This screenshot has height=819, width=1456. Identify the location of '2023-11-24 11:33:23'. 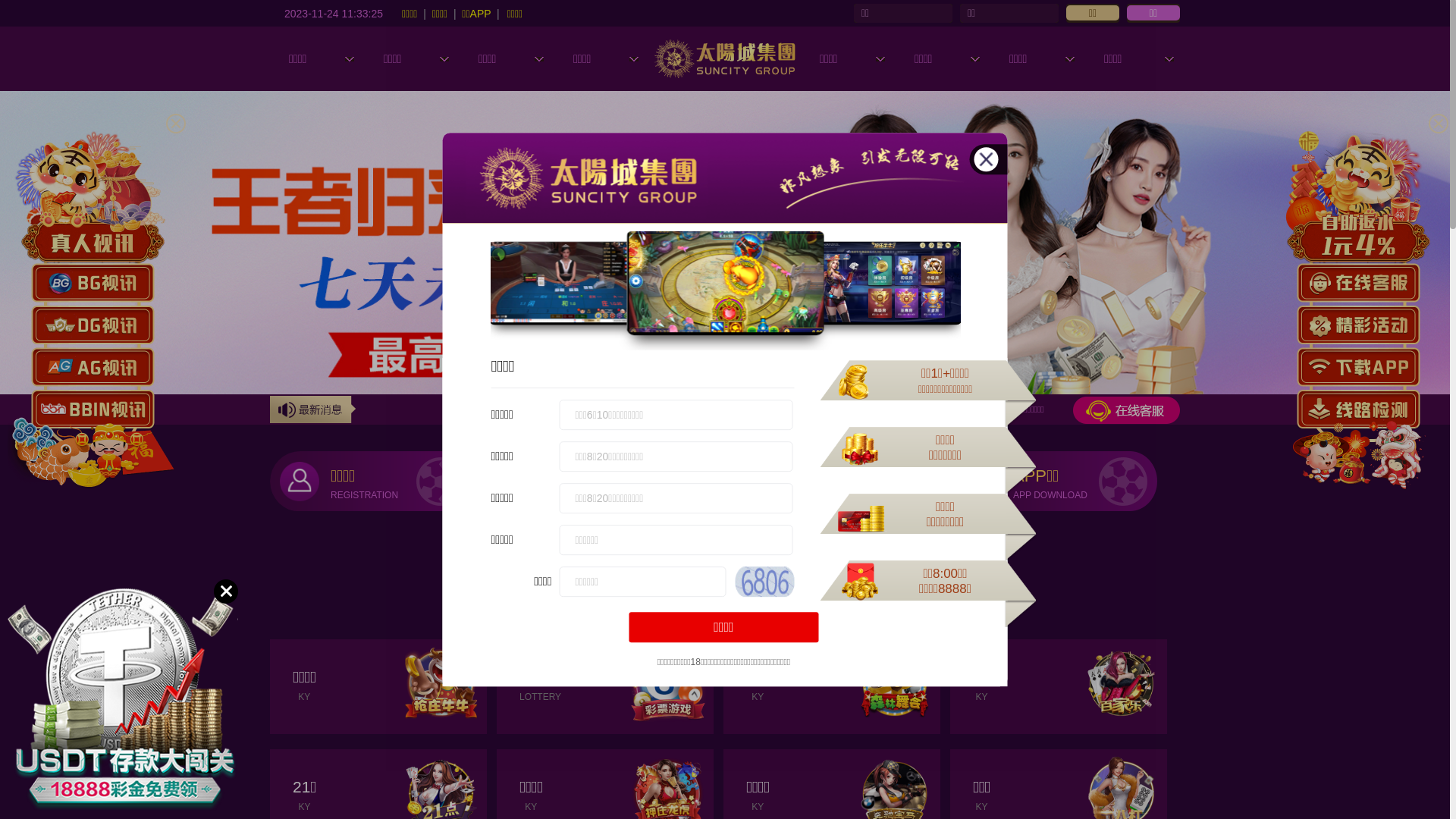
(333, 12).